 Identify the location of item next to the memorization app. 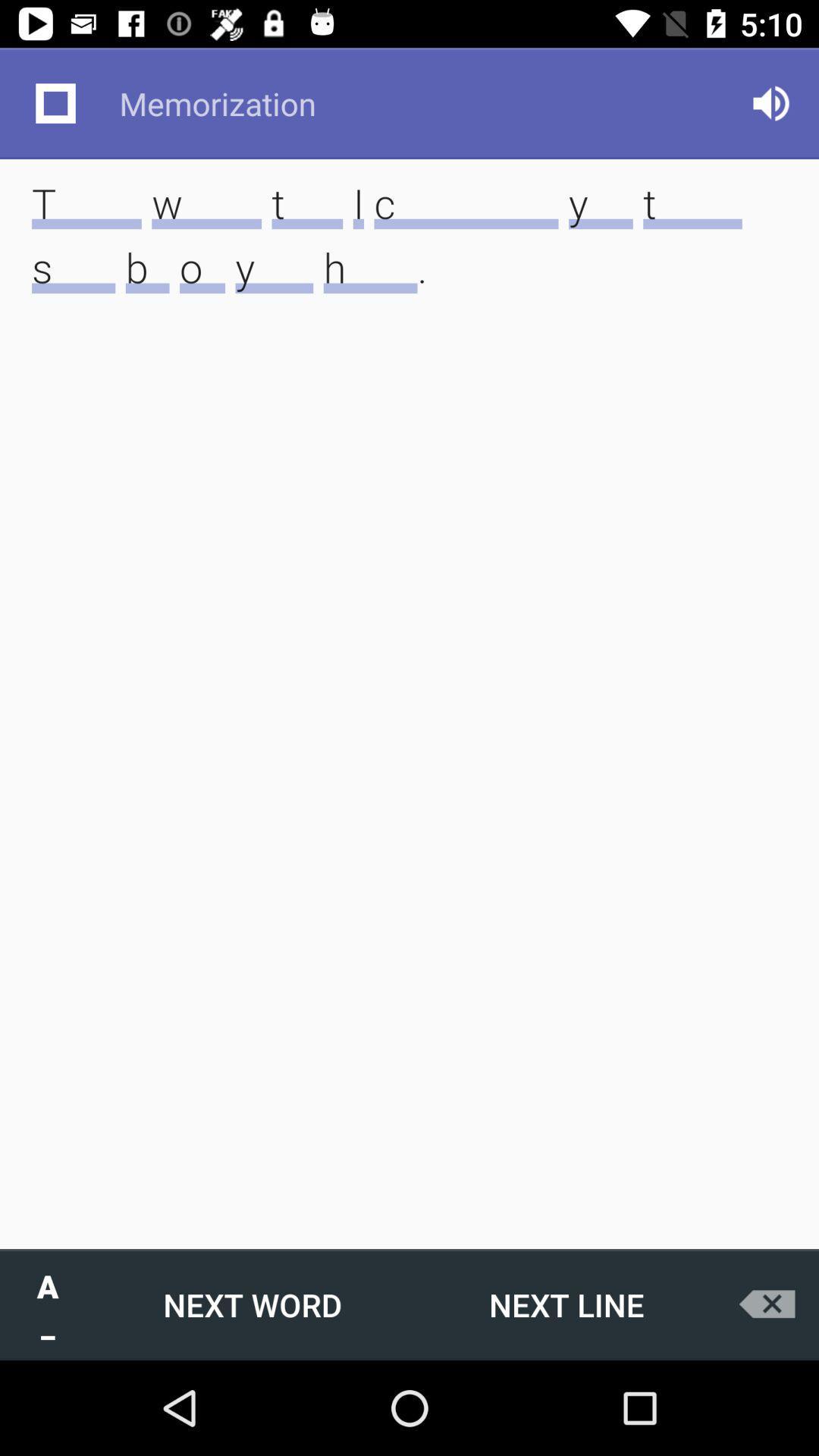
(55, 102).